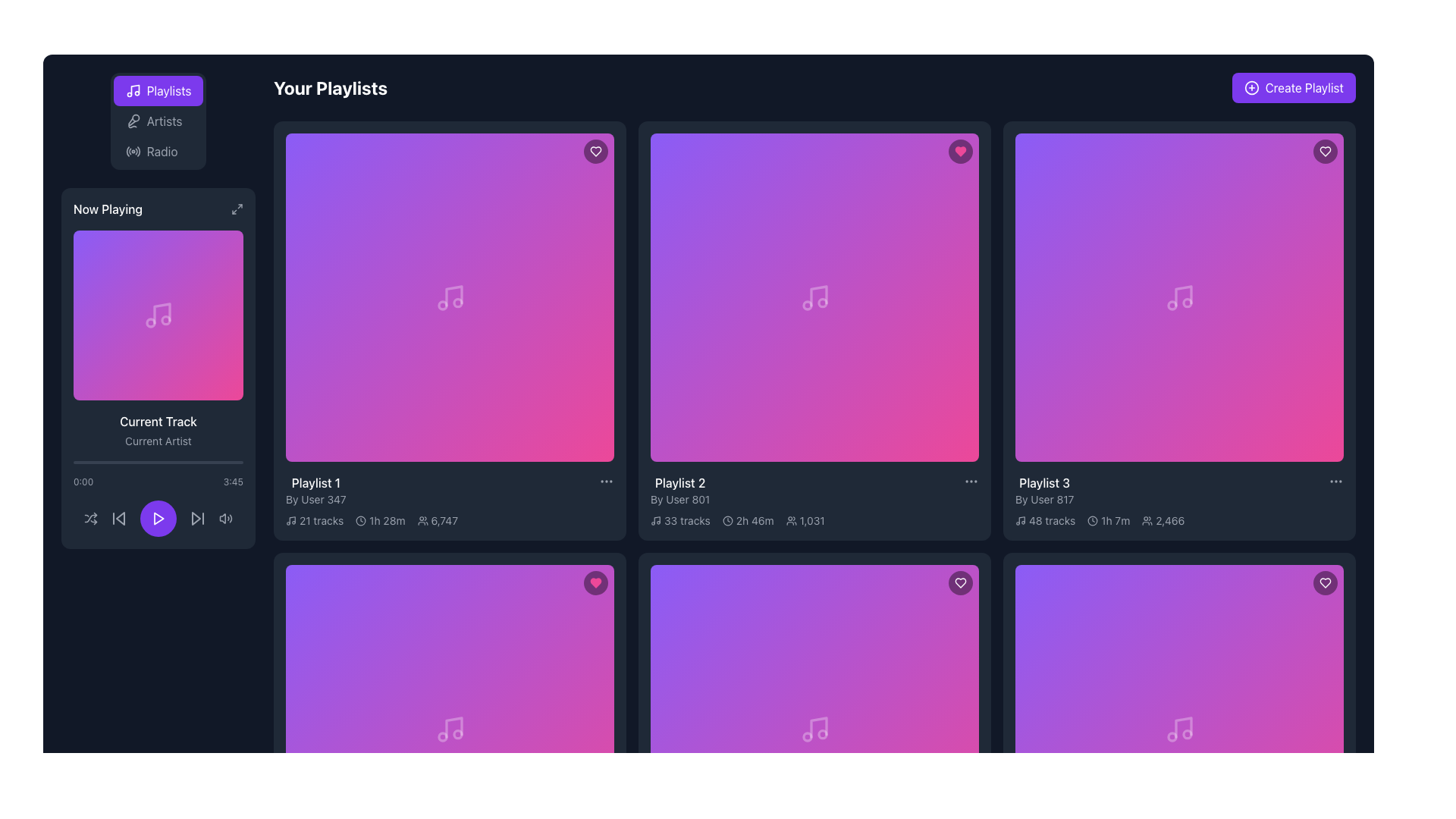 Image resolution: width=1456 pixels, height=819 pixels. Describe the element at coordinates (817, 726) in the screenshot. I see `the music note icon located in the lower-central part of the playlist grid layout, which resembles a vertical line with a pointed top` at that location.